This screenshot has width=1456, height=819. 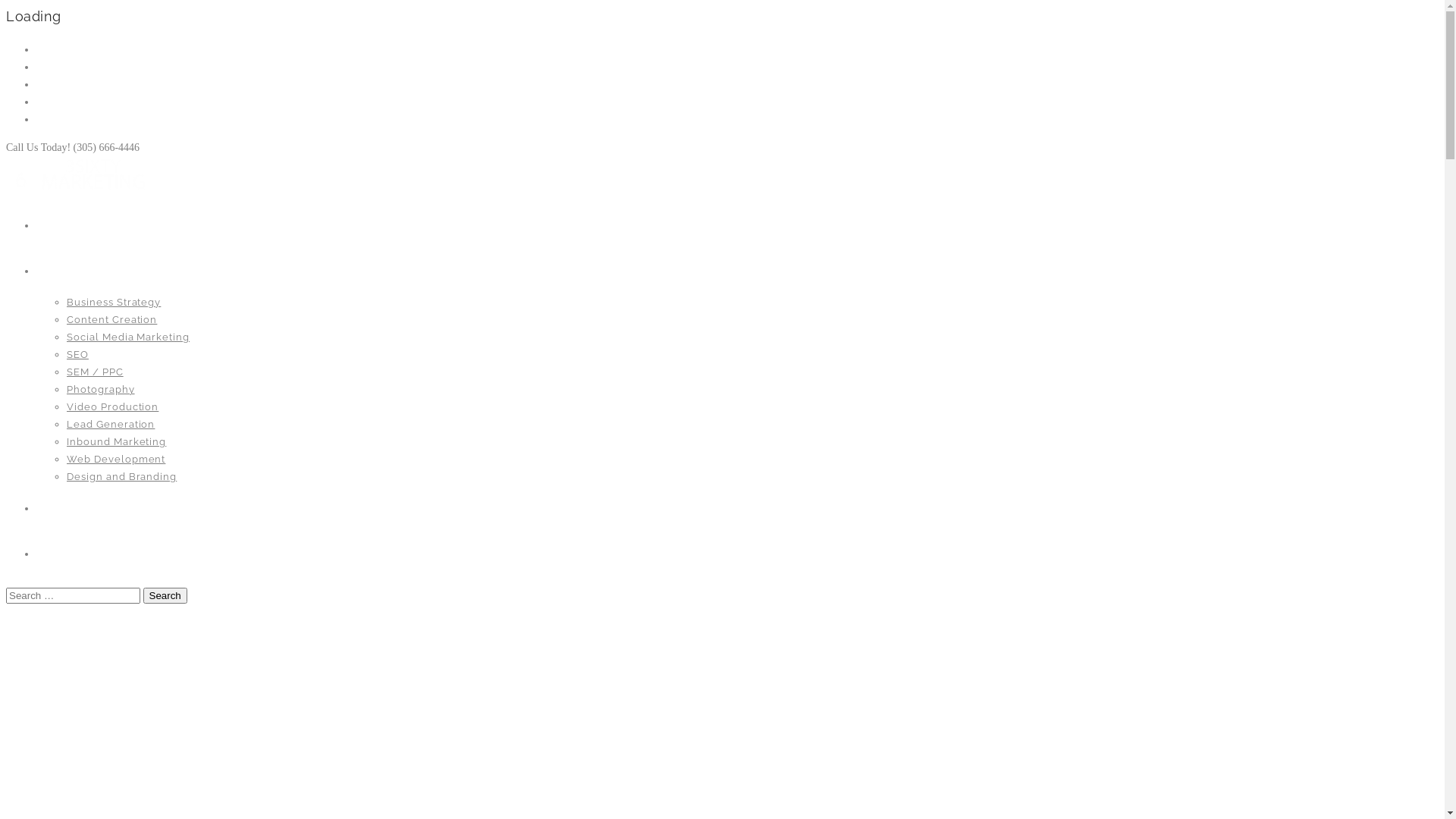 What do you see at coordinates (60, 553) in the screenshot?
I see `'Contact'` at bounding box center [60, 553].